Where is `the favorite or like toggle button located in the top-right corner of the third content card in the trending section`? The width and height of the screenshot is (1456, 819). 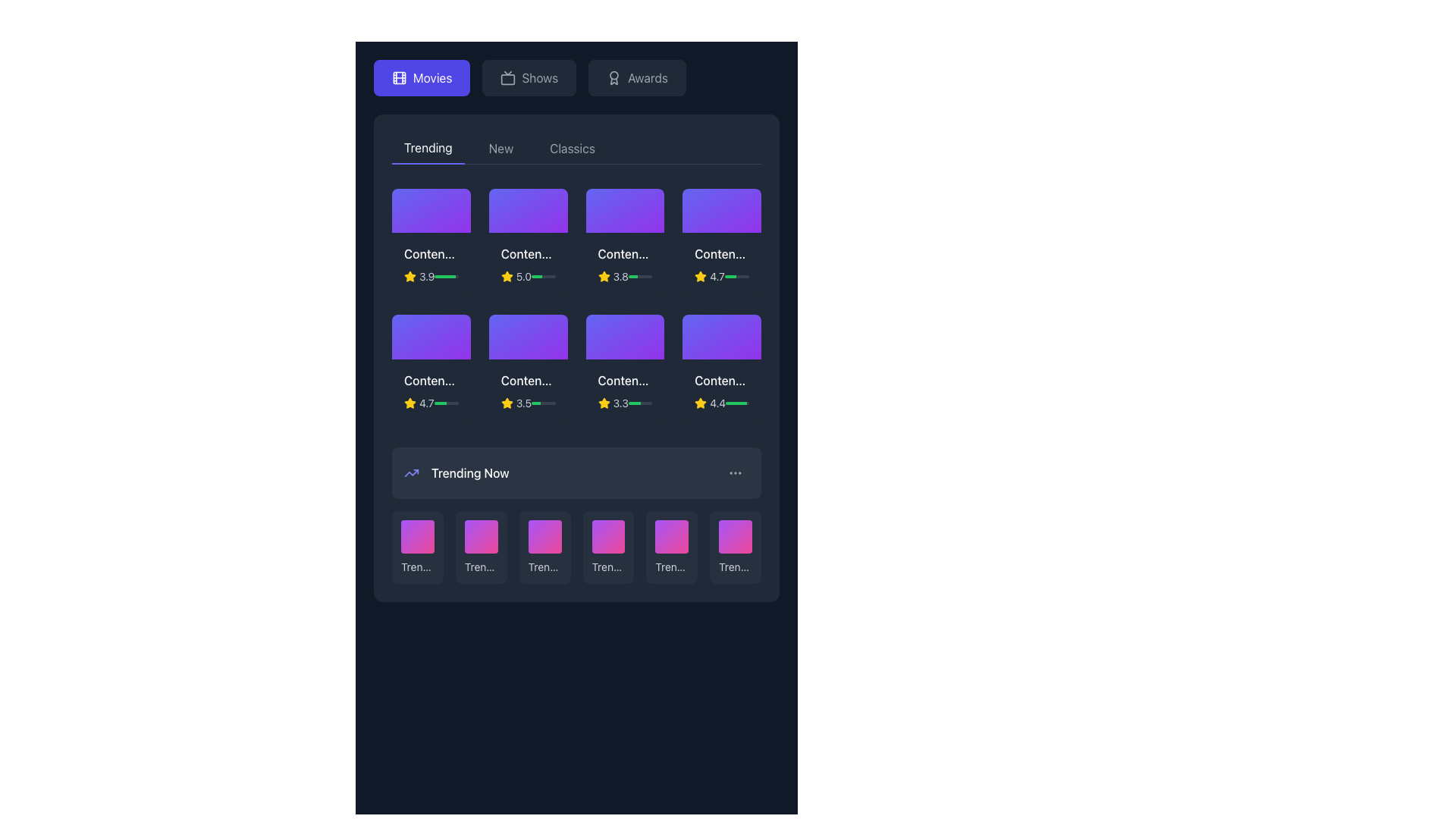 the favorite or like toggle button located in the top-right corner of the third content card in the trending section is located at coordinates (649, 203).